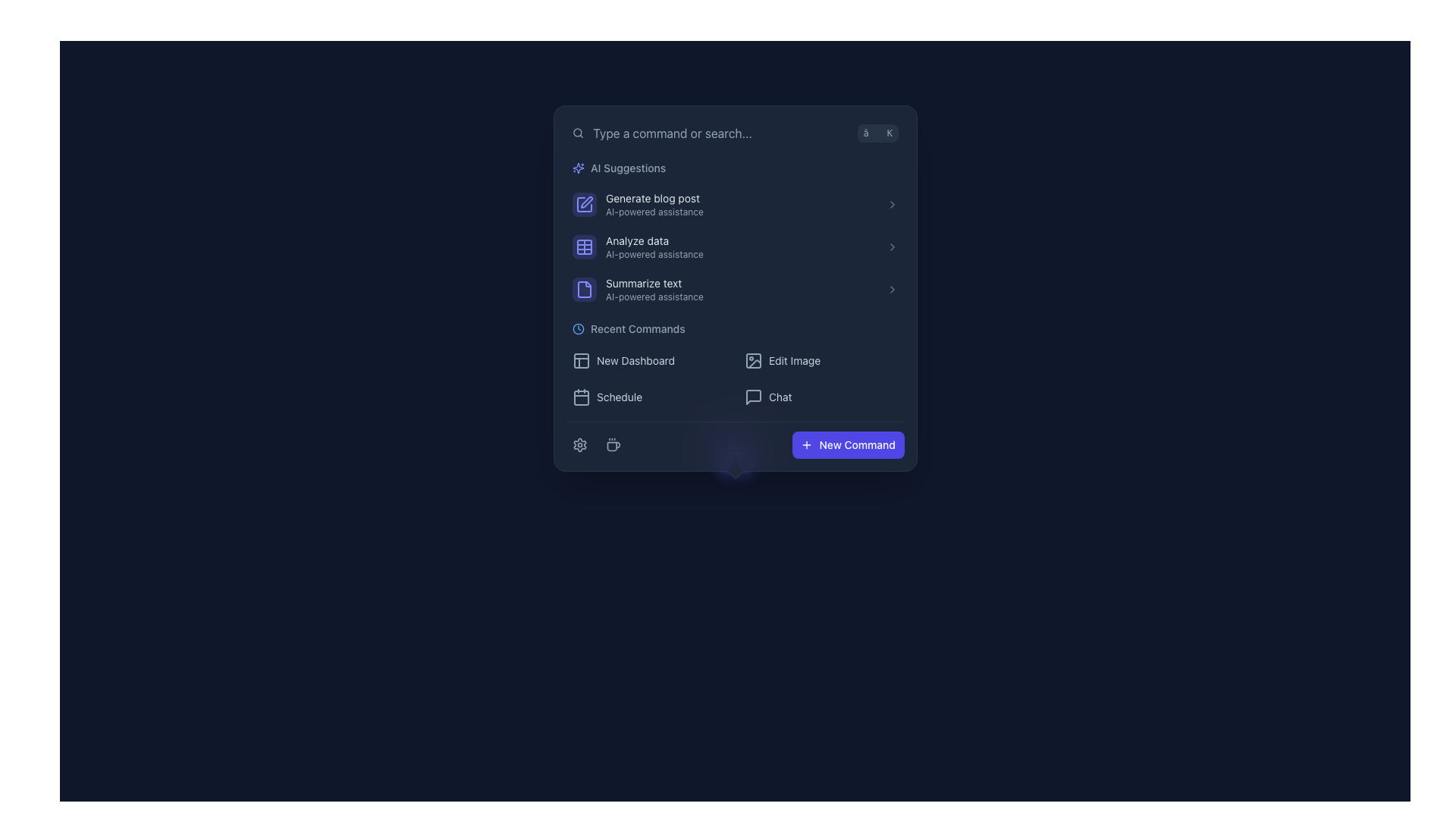  What do you see at coordinates (735, 378) in the screenshot?
I see `the 'Chat' option in the Grid of interactive menu items located in the 'Recent Commands' section, which is positioned below the 'AI Suggestions' list` at bounding box center [735, 378].